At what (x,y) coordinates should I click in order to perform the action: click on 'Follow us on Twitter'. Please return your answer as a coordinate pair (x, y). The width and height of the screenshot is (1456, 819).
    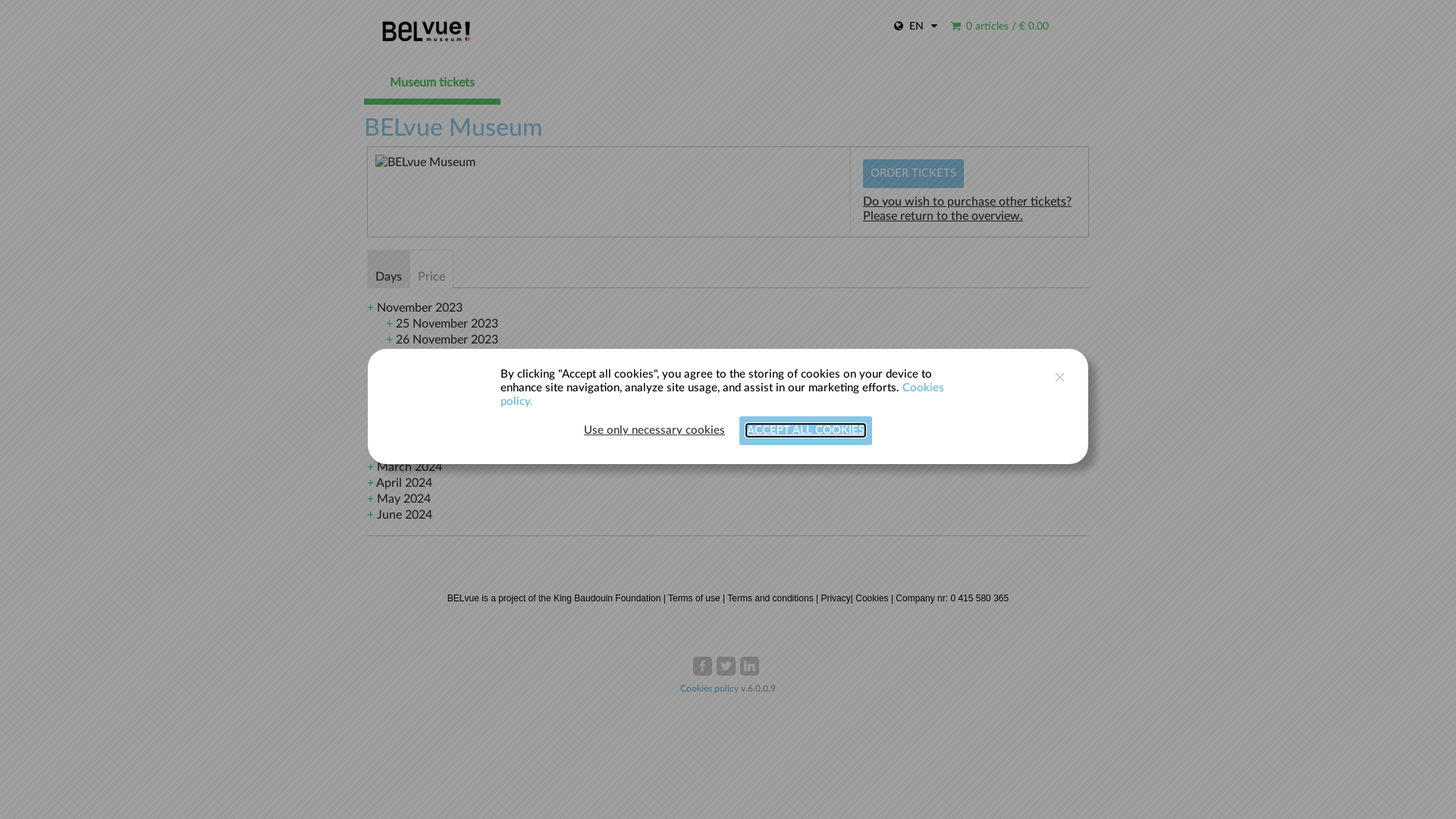
    Looking at the image, I should click on (715, 665).